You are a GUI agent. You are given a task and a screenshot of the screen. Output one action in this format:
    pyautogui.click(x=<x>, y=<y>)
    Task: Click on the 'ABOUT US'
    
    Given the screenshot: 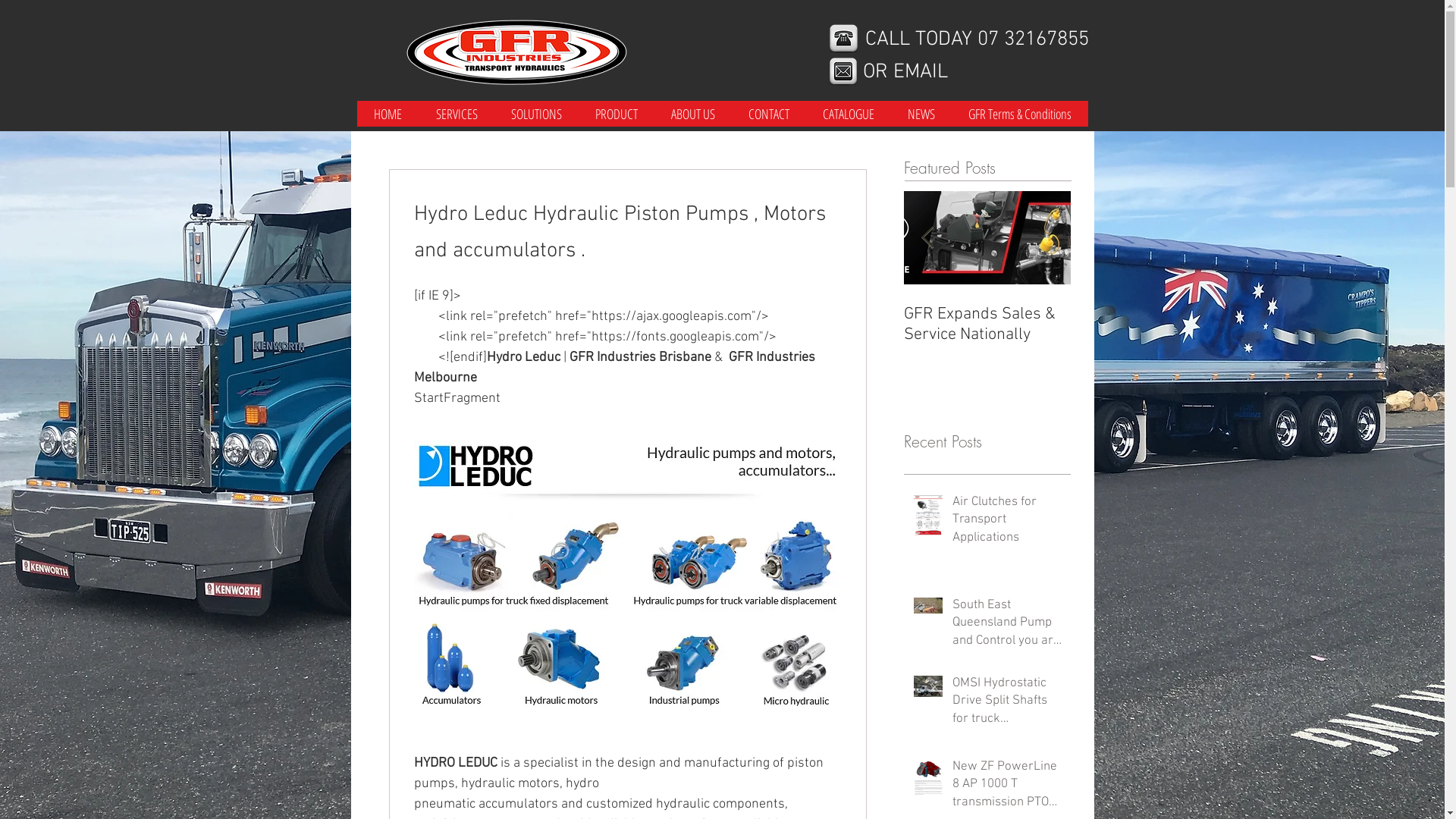 What is the action you would take?
    pyautogui.click(x=691, y=113)
    